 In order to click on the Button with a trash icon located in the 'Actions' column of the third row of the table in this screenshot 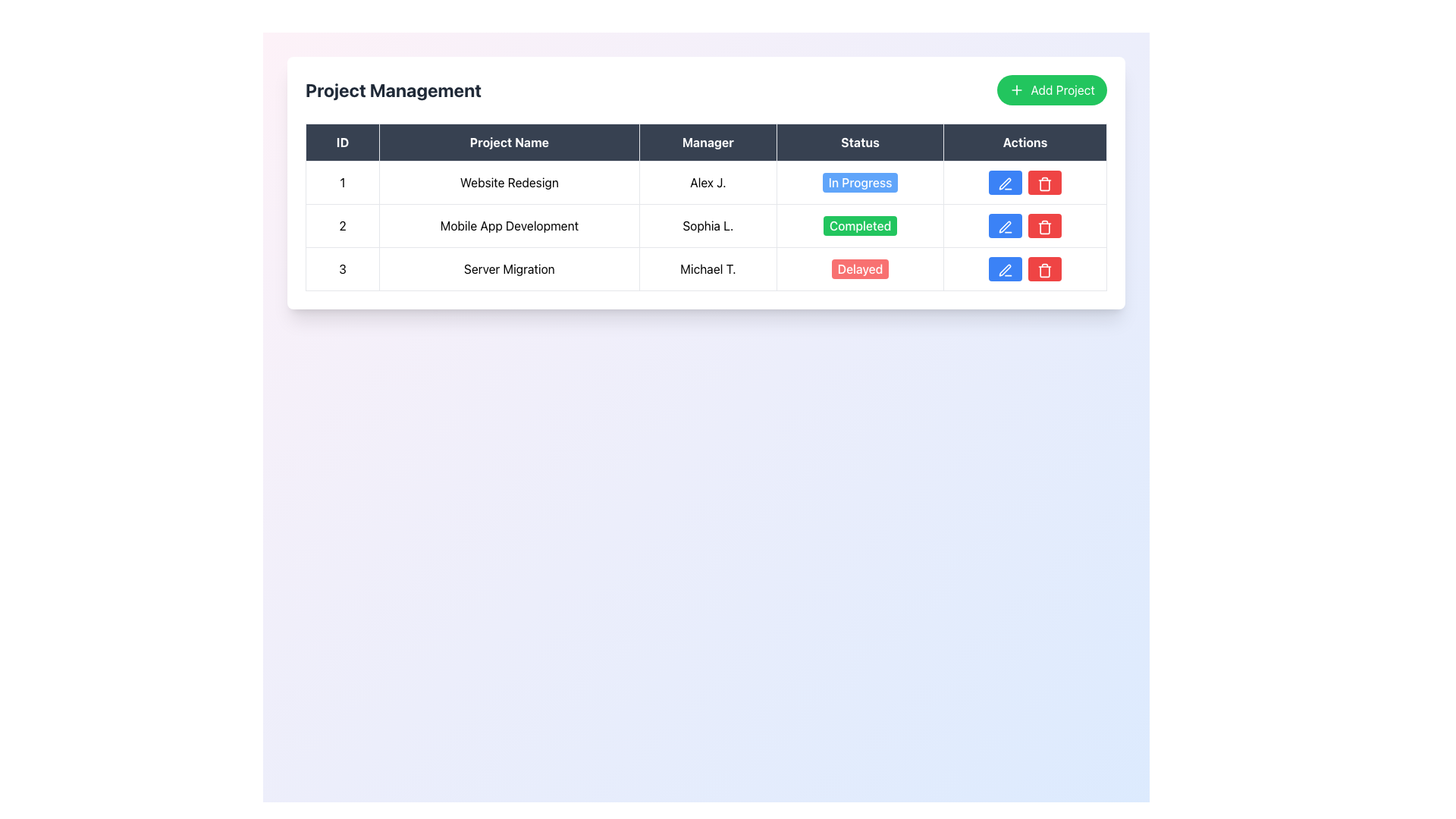, I will do `click(1043, 183)`.